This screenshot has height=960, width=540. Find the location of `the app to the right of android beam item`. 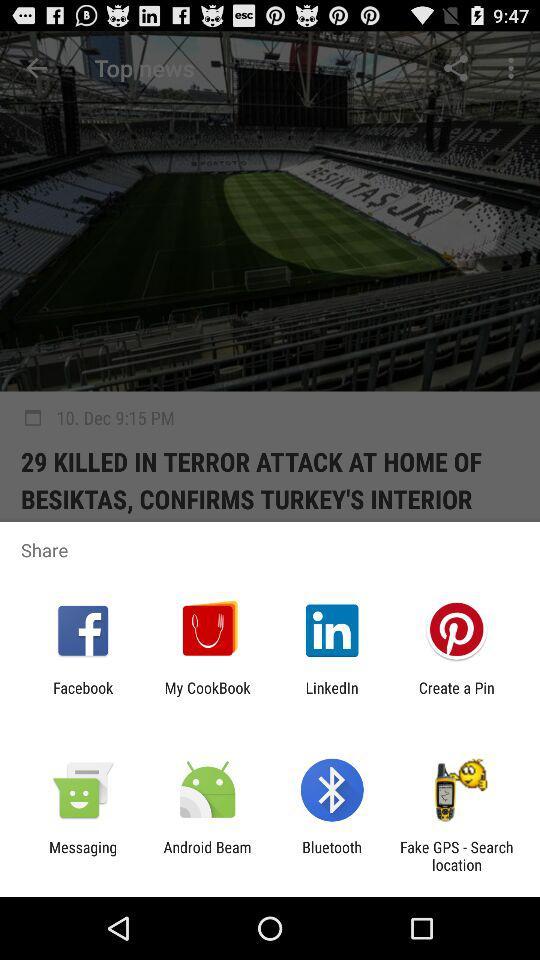

the app to the right of android beam item is located at coordinates (332, 855).